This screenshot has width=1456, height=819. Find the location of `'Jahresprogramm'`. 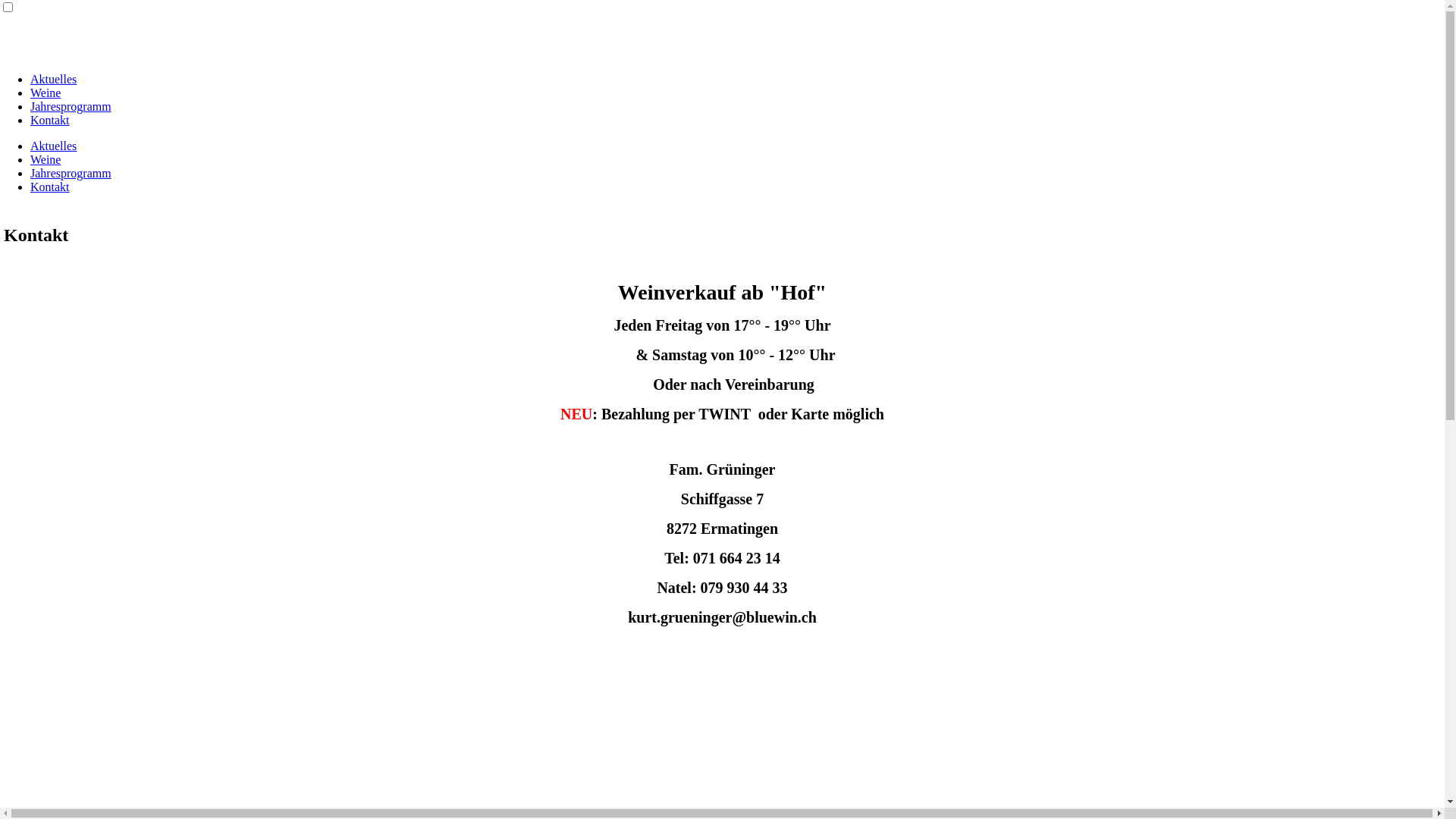

'Jahresprogramm' is located at coordinates (30, 172).